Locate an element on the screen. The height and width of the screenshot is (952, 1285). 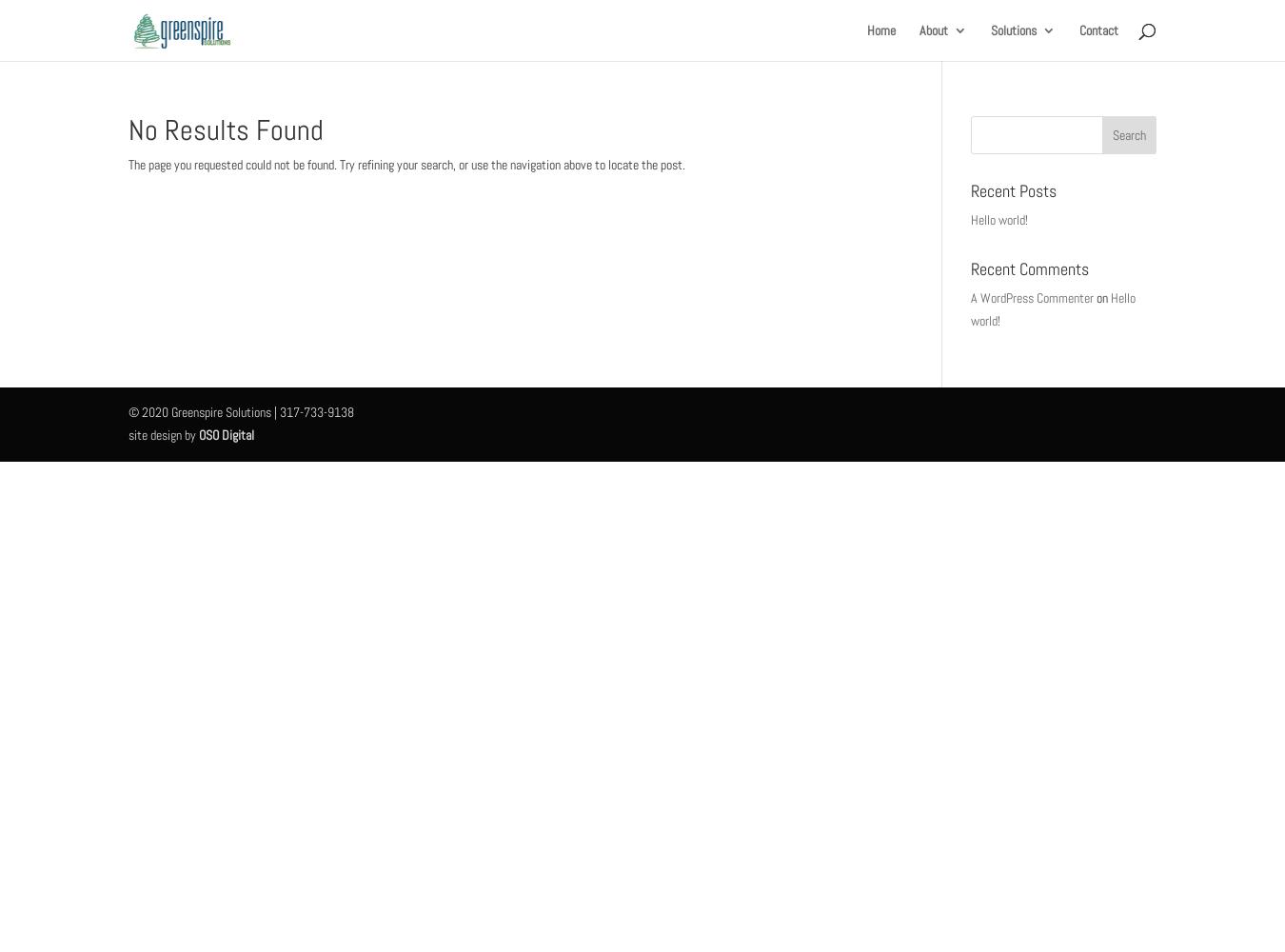
'Solutions' is located at coordinates (1014, 30).